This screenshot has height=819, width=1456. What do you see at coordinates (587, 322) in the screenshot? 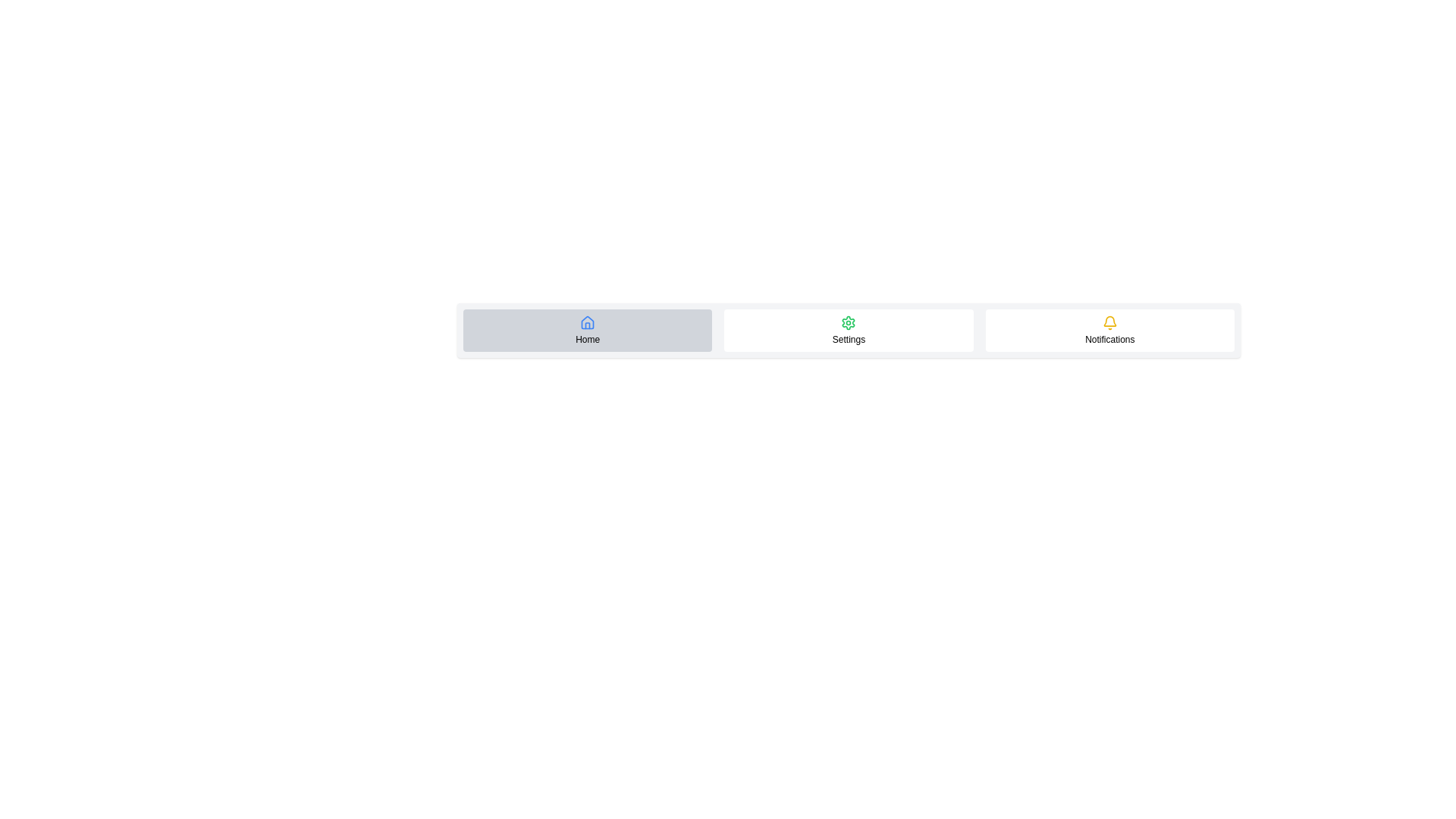
I see `the blue house icon in the navigation menu` at bounding box center [587, 322].